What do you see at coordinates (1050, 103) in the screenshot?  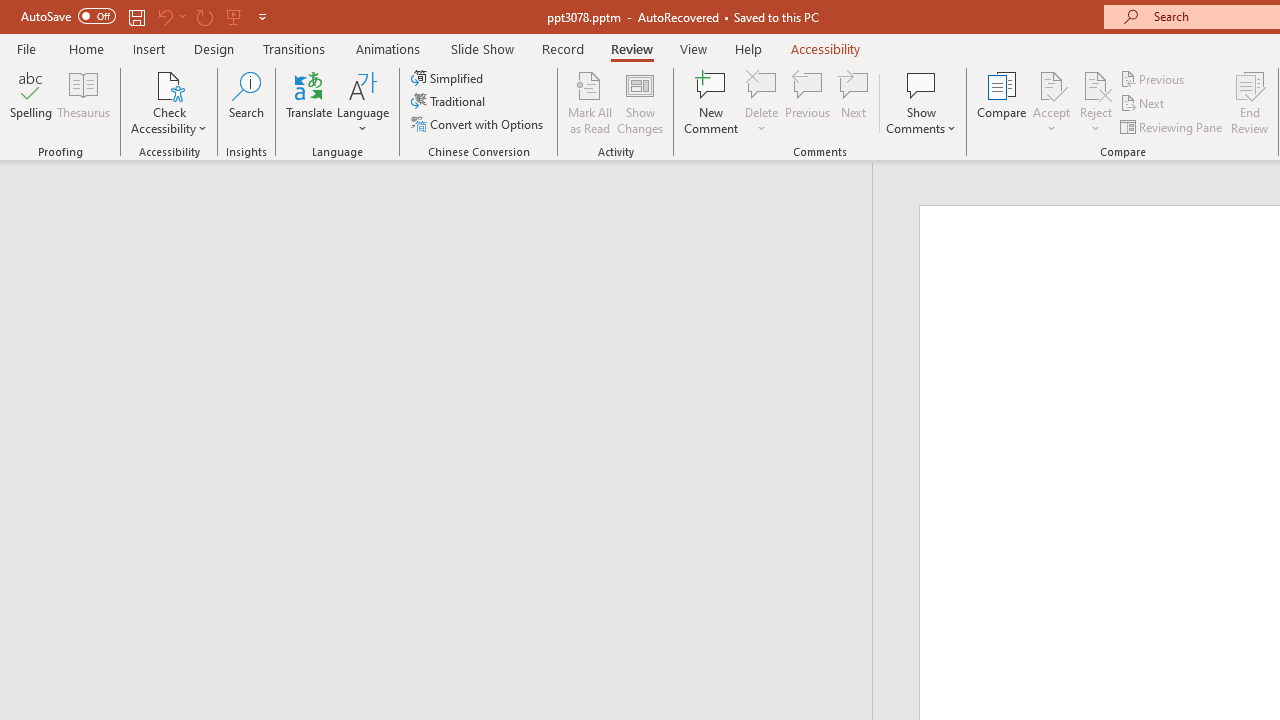 I see `'Accept'` at bounding box center [1050, 103].